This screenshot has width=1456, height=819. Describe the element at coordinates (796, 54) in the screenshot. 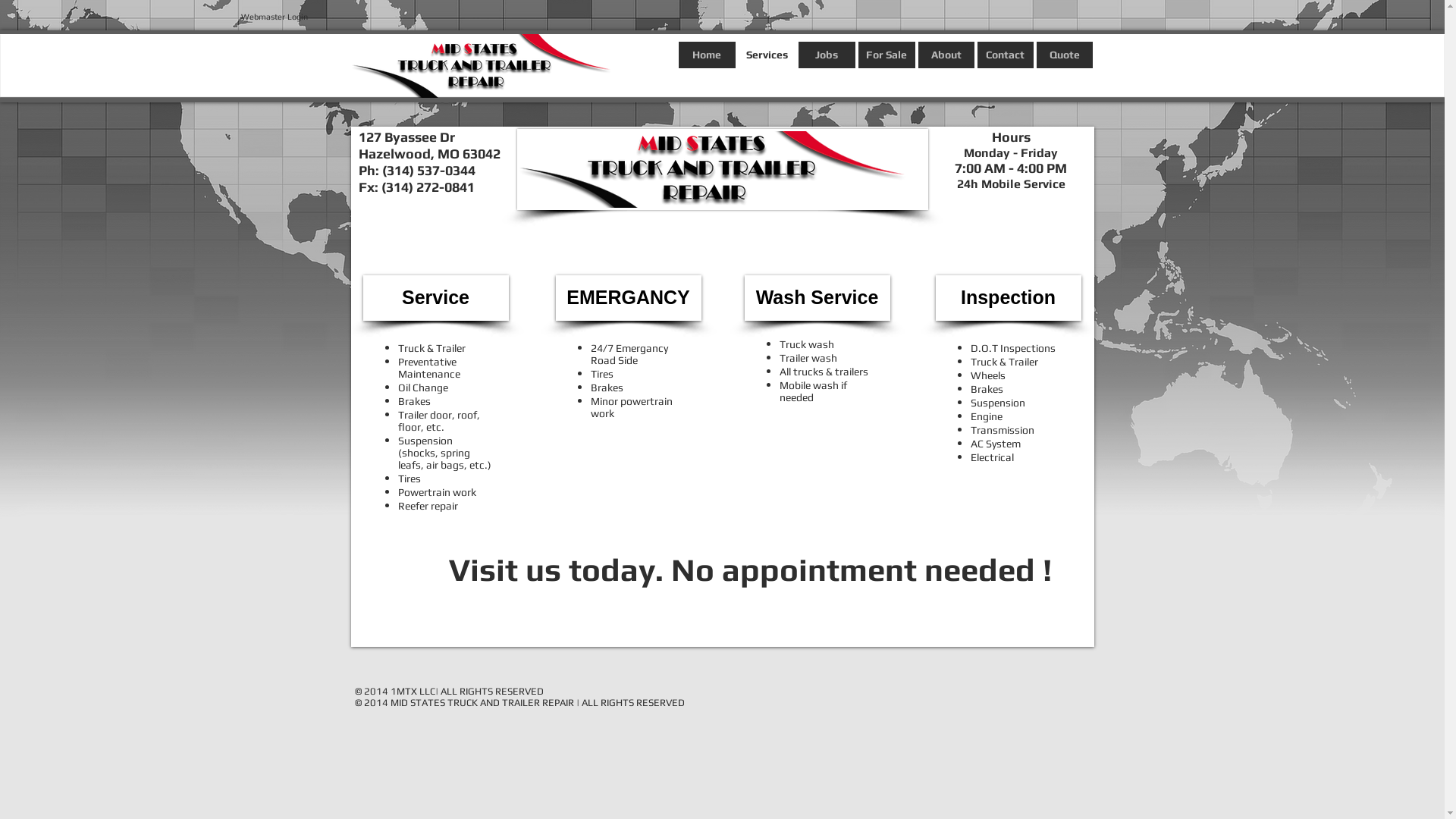

I see `'Jobs'` at that location.